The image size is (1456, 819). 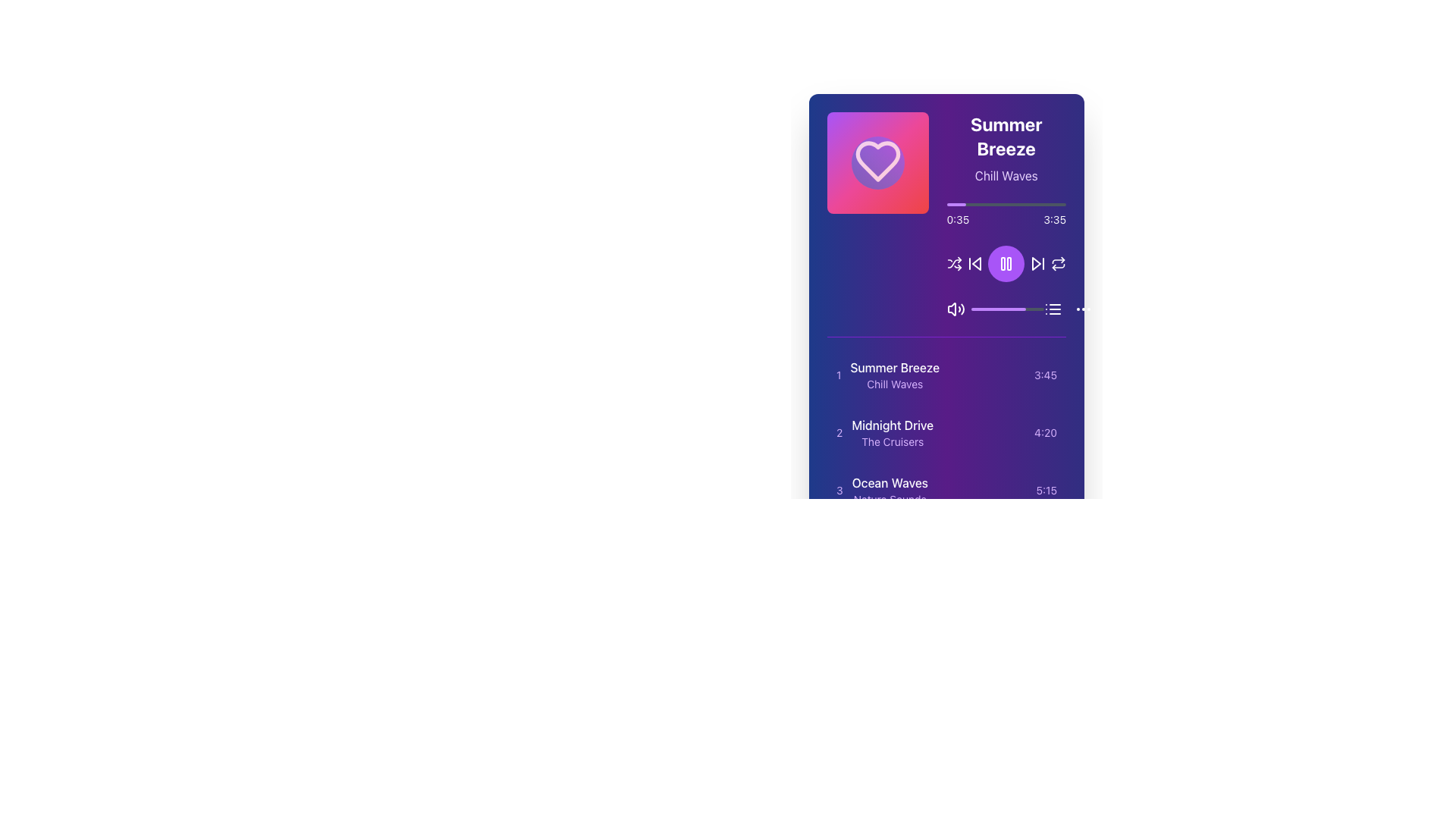 I want to click on the slider value, so click(x=974, y=309).